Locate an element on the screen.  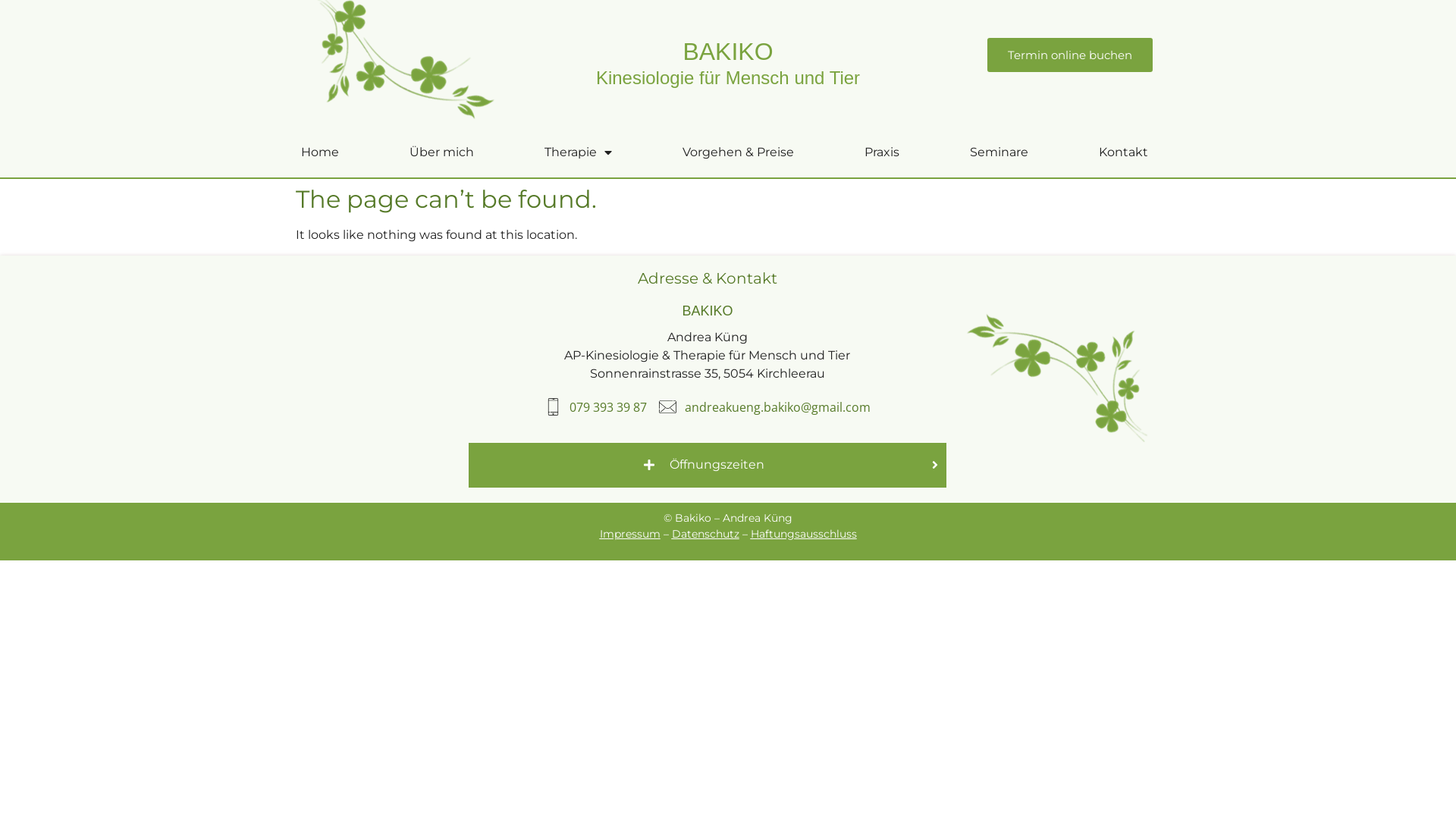
'Termin online buchen' is located at coordinates (1069, 54).